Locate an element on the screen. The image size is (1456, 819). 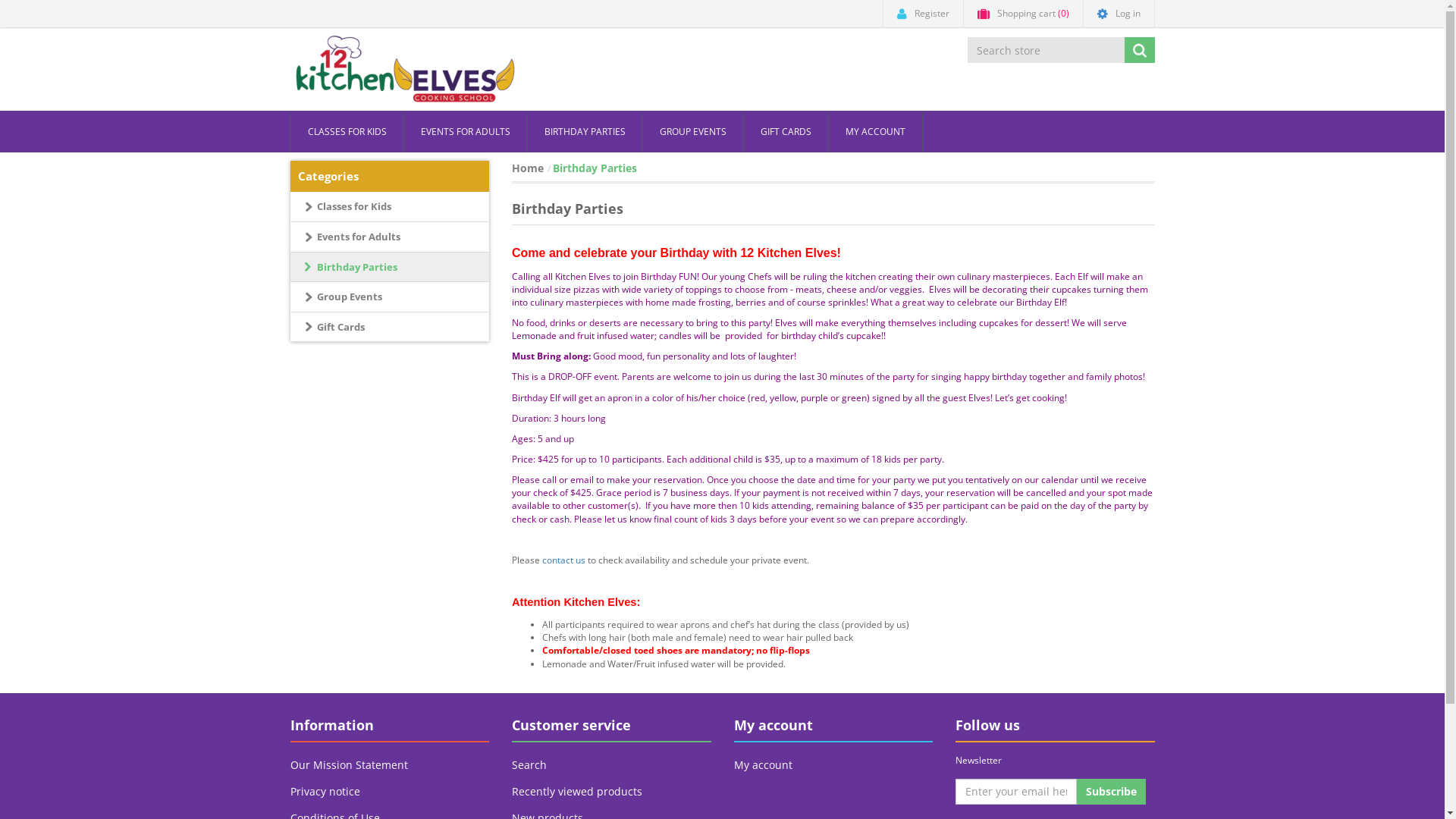
'Register' is located at coordinates (922, 14).